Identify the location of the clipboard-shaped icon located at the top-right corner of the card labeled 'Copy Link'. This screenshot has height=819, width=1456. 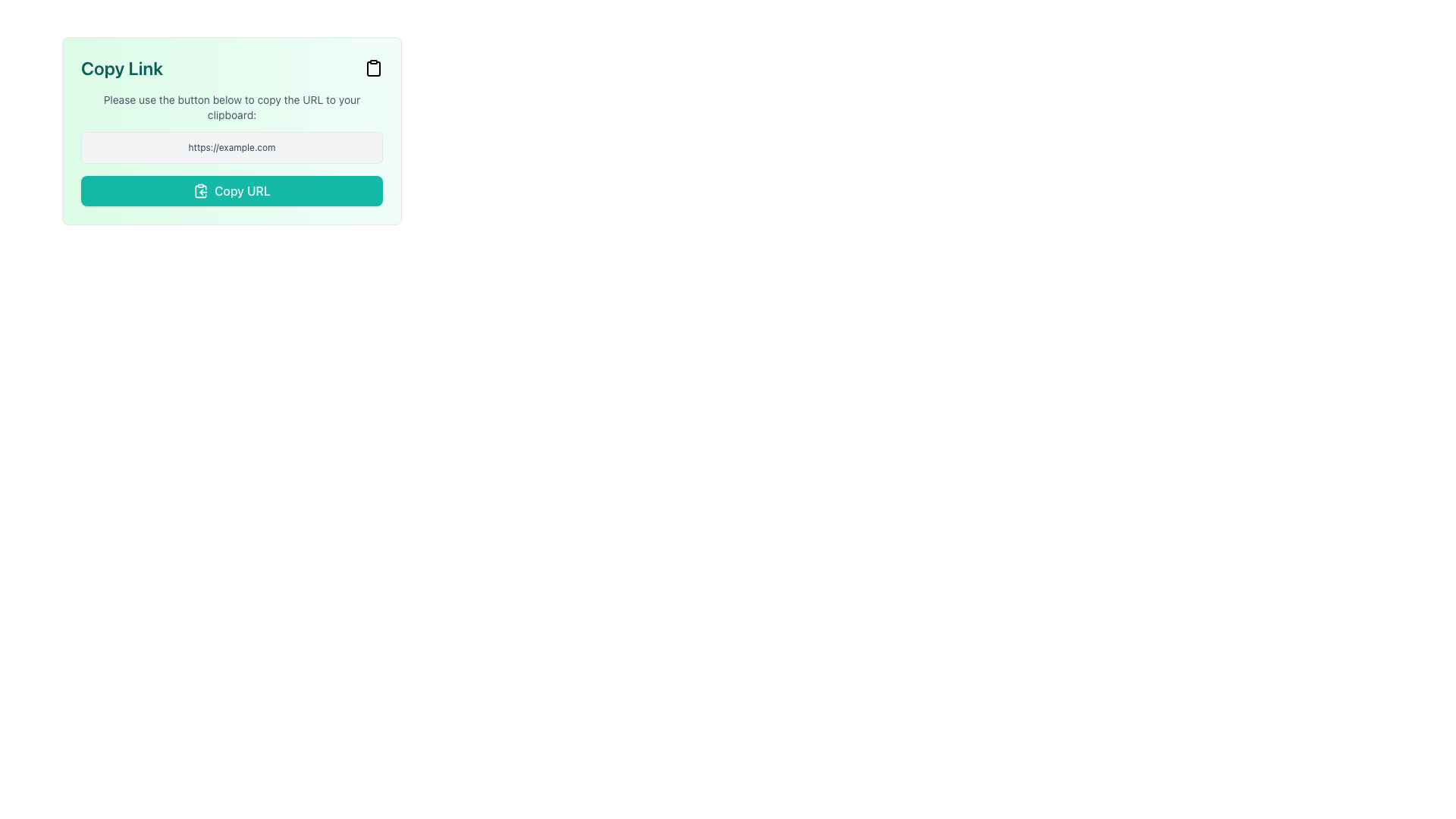
(374, 69).